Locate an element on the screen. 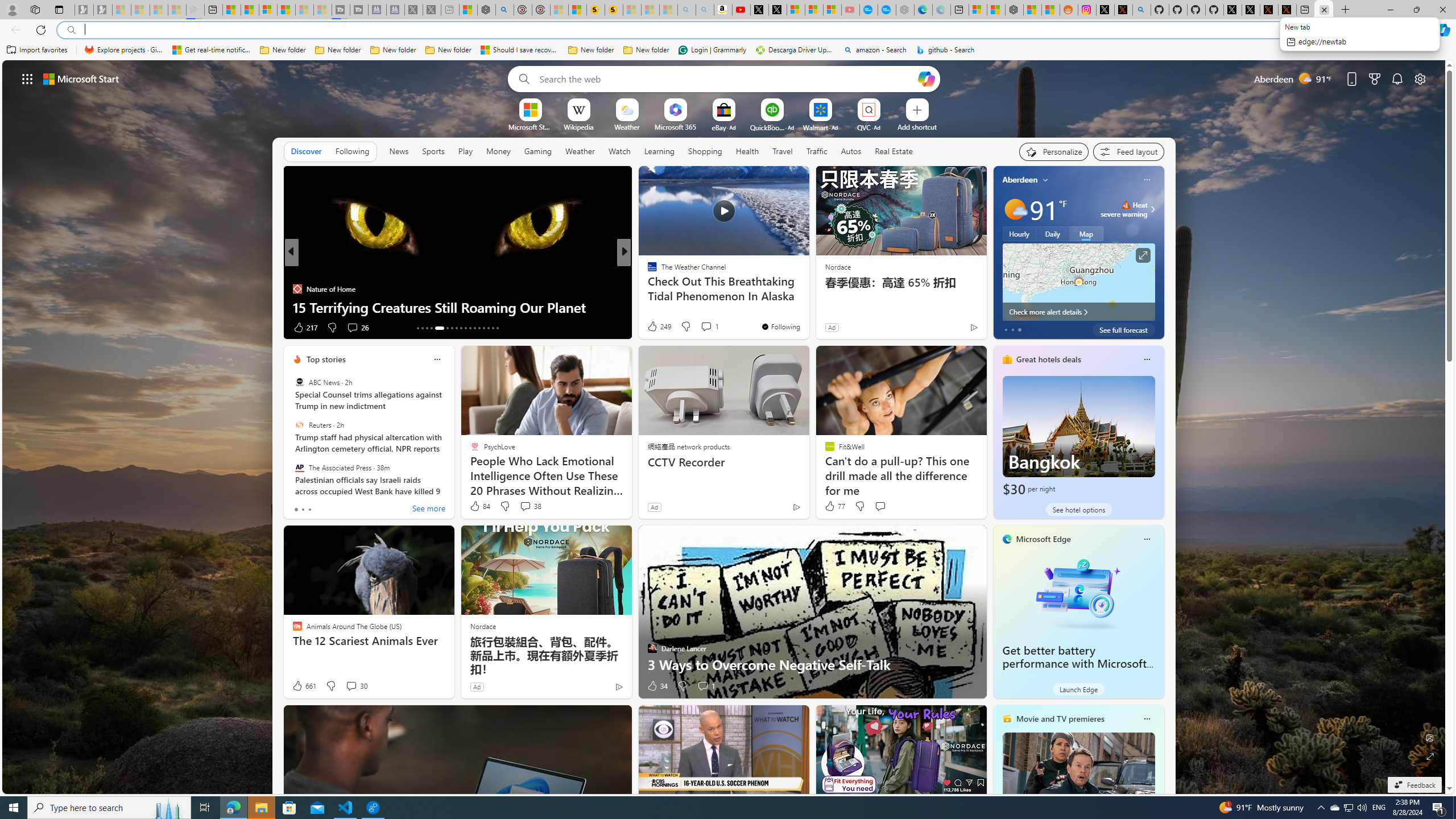  'AutomationID: tab-28' is located at coordinates (492, 328).